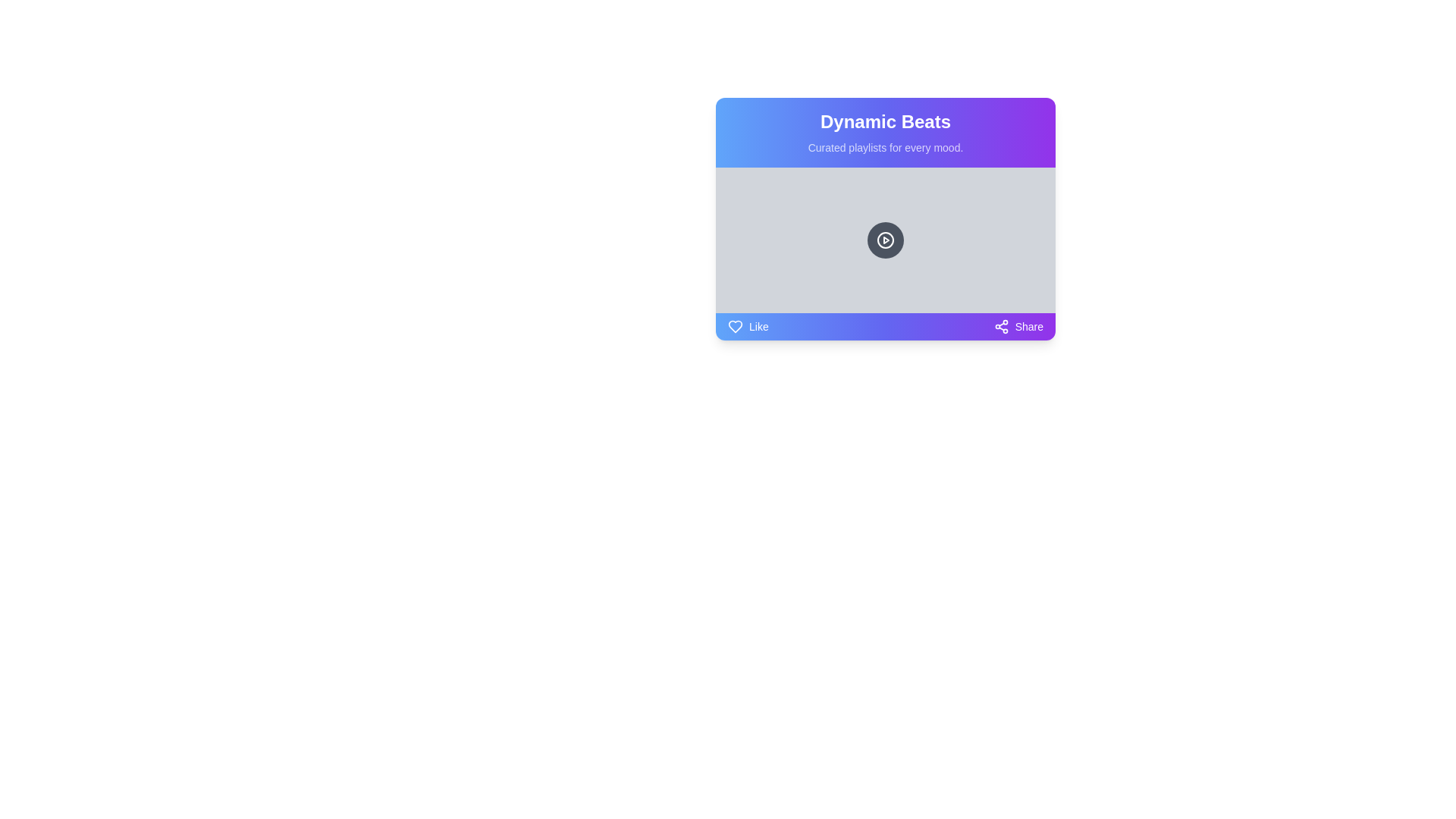  What do you see at coordinates (1001, 326) in the screenshot?
I see `the 'share' icon, which is part of the purple rectangular button labeled 'Share' located at the bottom right corner of the card` at bounding box center [1001, 326].